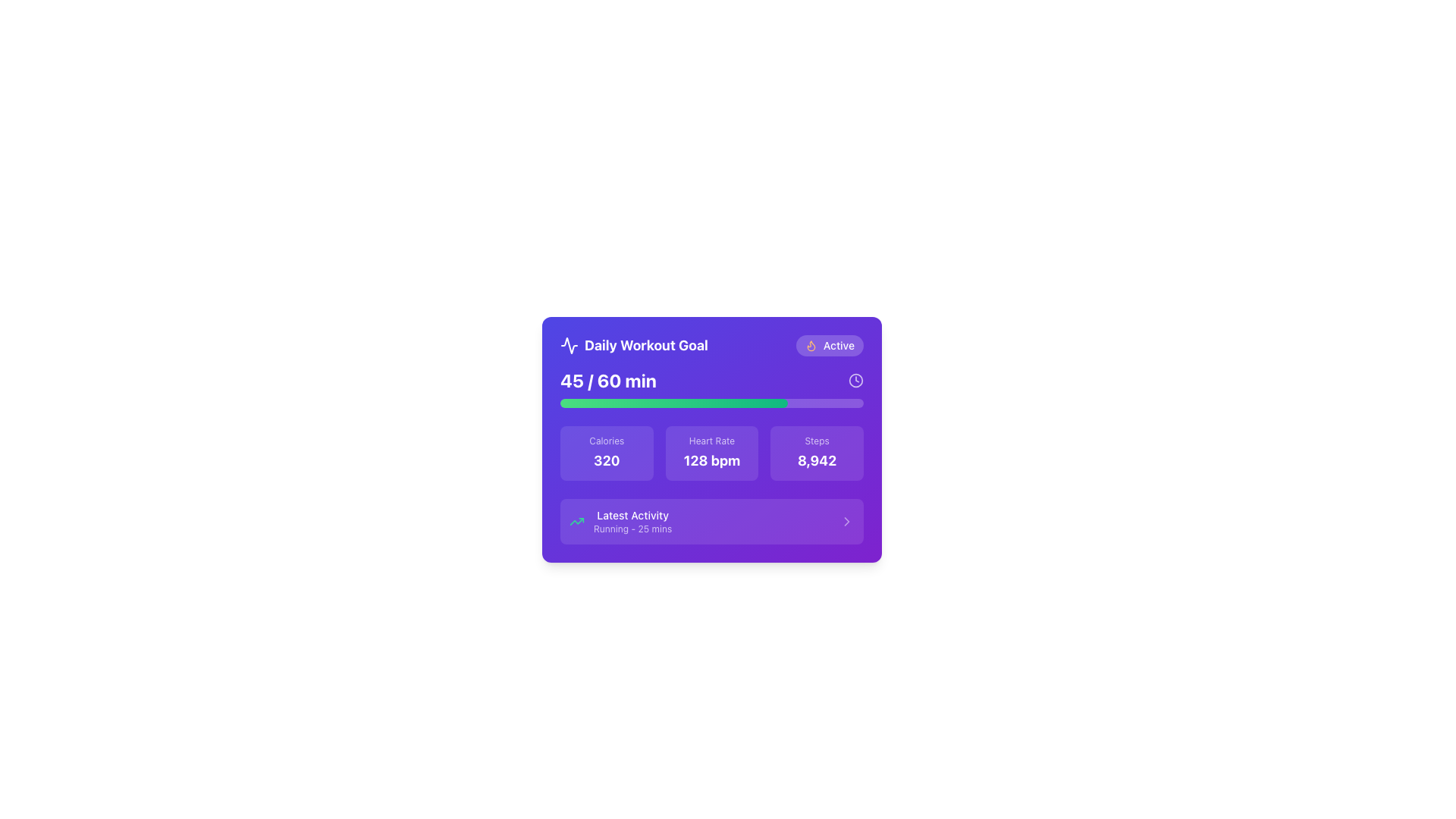  What do you see at coordinates (811, 346) in the screenshot?
I see `the flame-shaped icon filled with orange accents, located in the top-right section of the 'Daily Workout Goal' card, near the 'Active' label` at bounding box center [811, 346].